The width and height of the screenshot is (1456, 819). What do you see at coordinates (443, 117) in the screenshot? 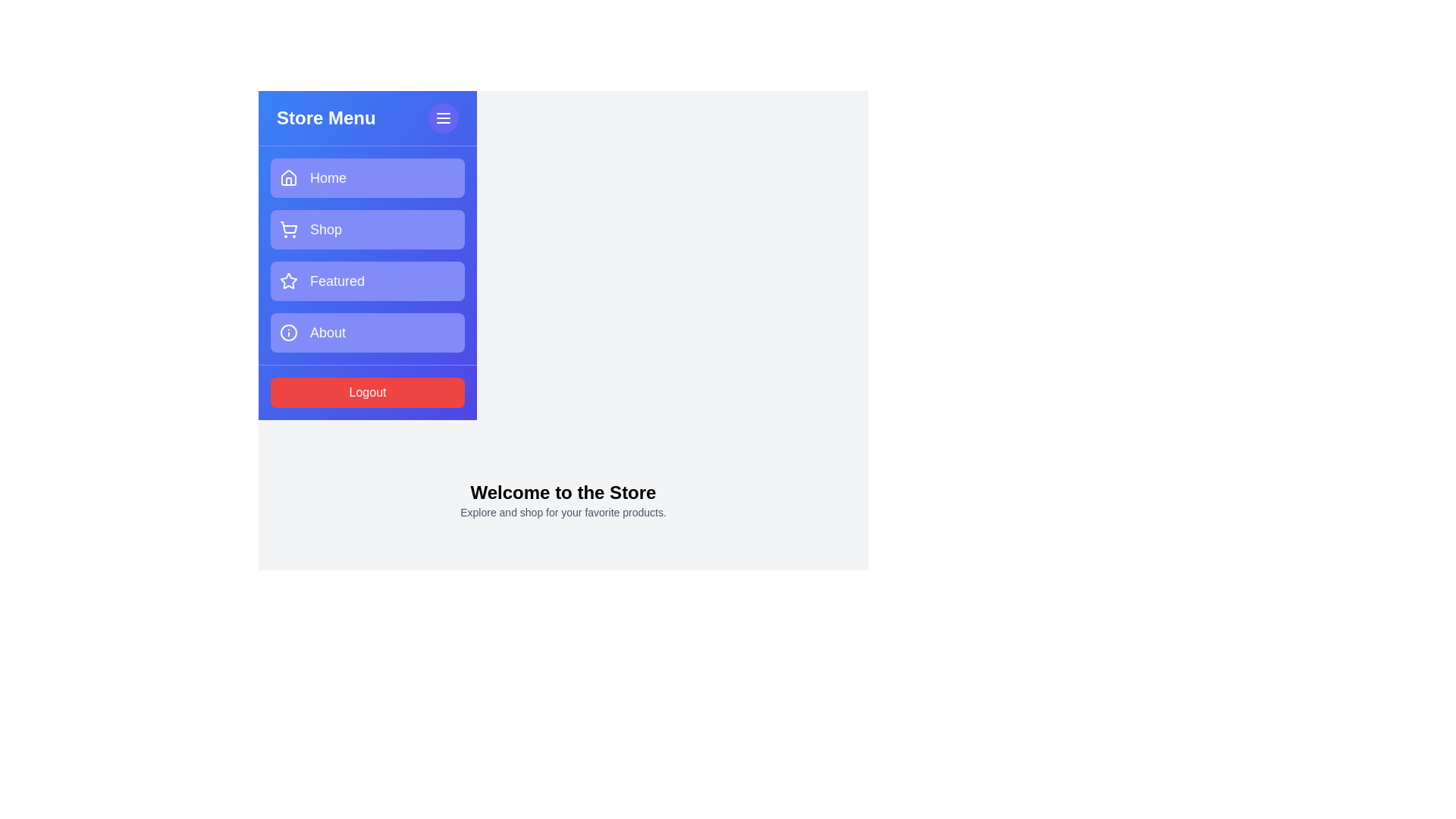
I see `the menu button to toggle the drawer` at bounding box center [443, 117].